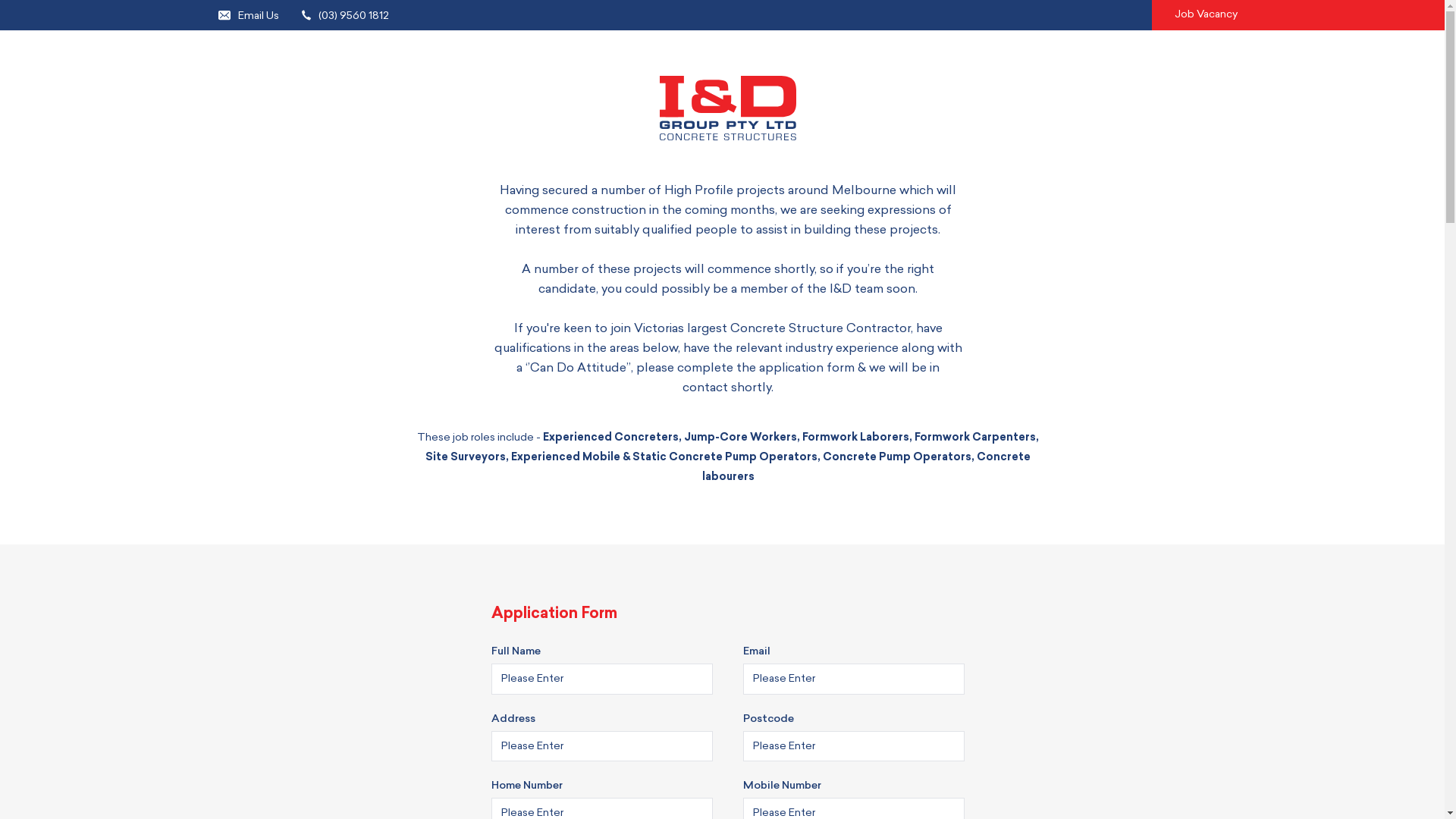  I want to click on 'Email Us', so click(248, 14).